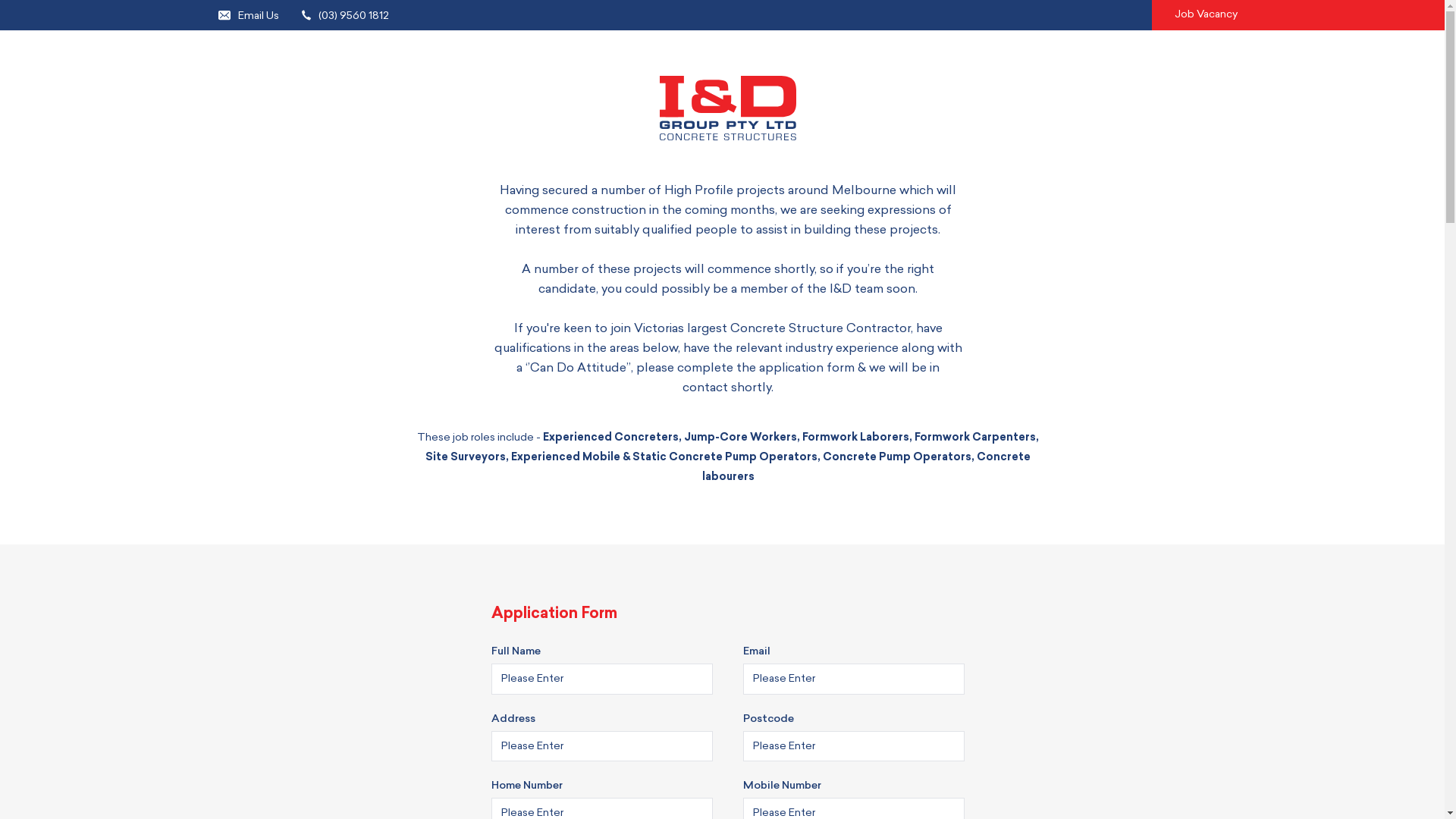  I want to click on 'Email Us', so click(248, 14).